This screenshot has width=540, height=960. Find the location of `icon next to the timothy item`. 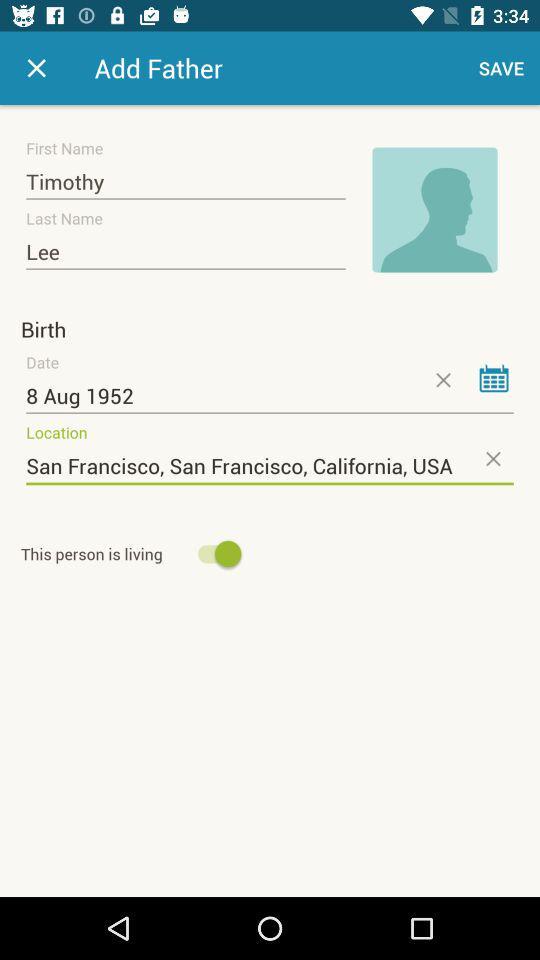

icon next to the timothy item is located at coordinates (434, 210).